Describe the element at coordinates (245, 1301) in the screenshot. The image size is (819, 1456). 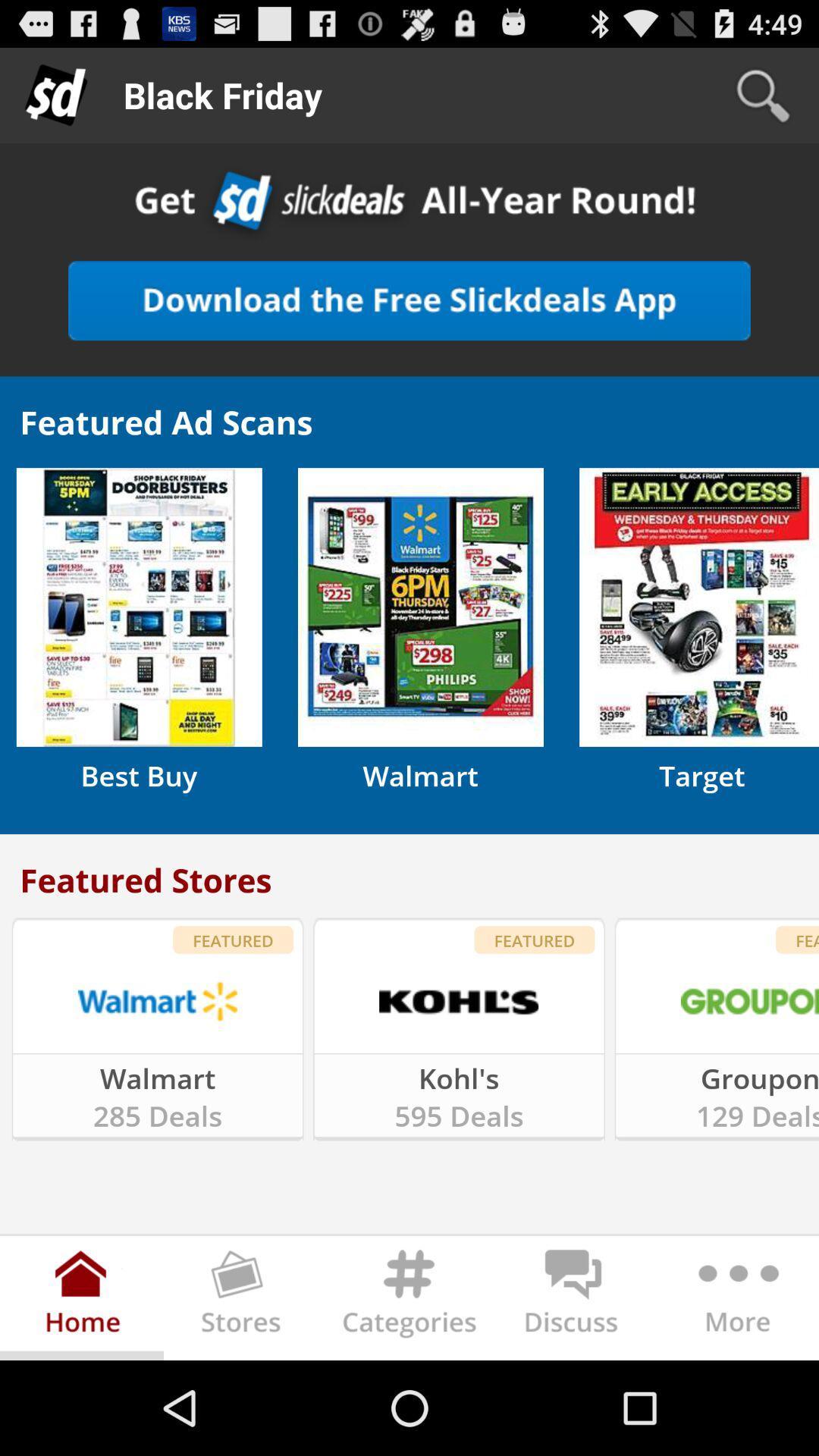
I see `stores page` at that location.